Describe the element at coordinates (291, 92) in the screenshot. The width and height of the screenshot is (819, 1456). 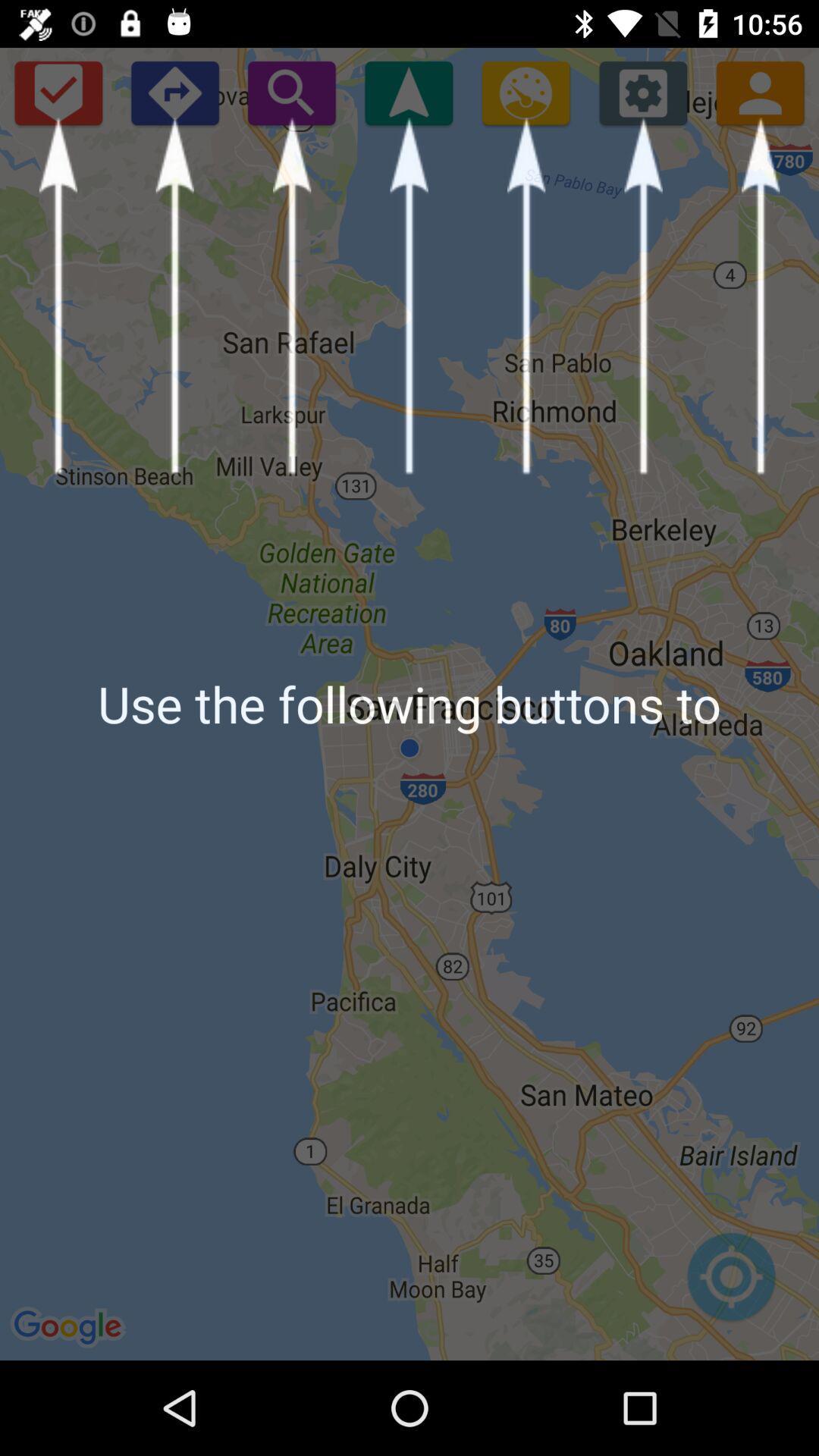
I see `the search icon` at that location.